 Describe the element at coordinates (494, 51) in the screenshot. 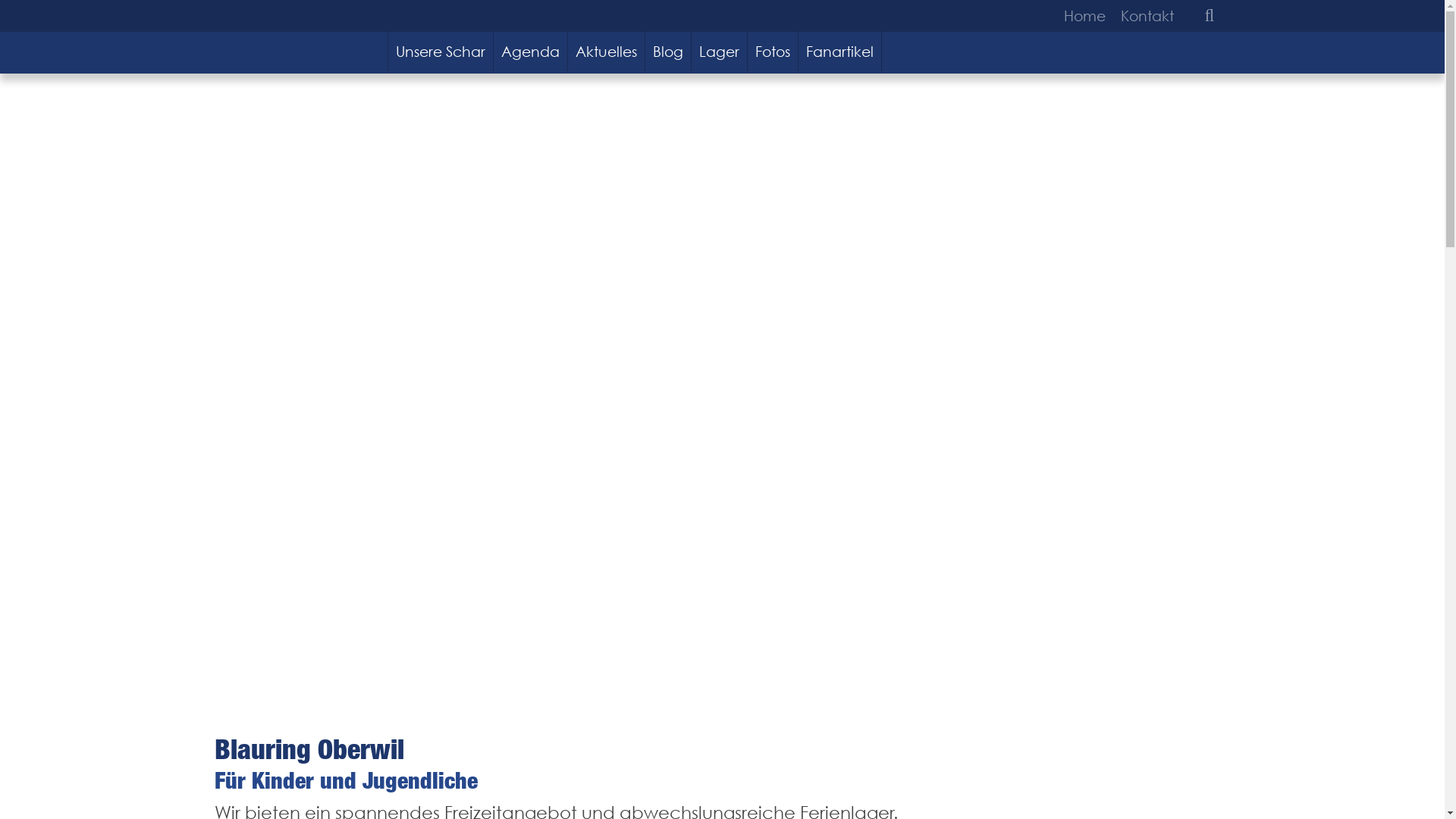

I see `'Agenda'` at that location.